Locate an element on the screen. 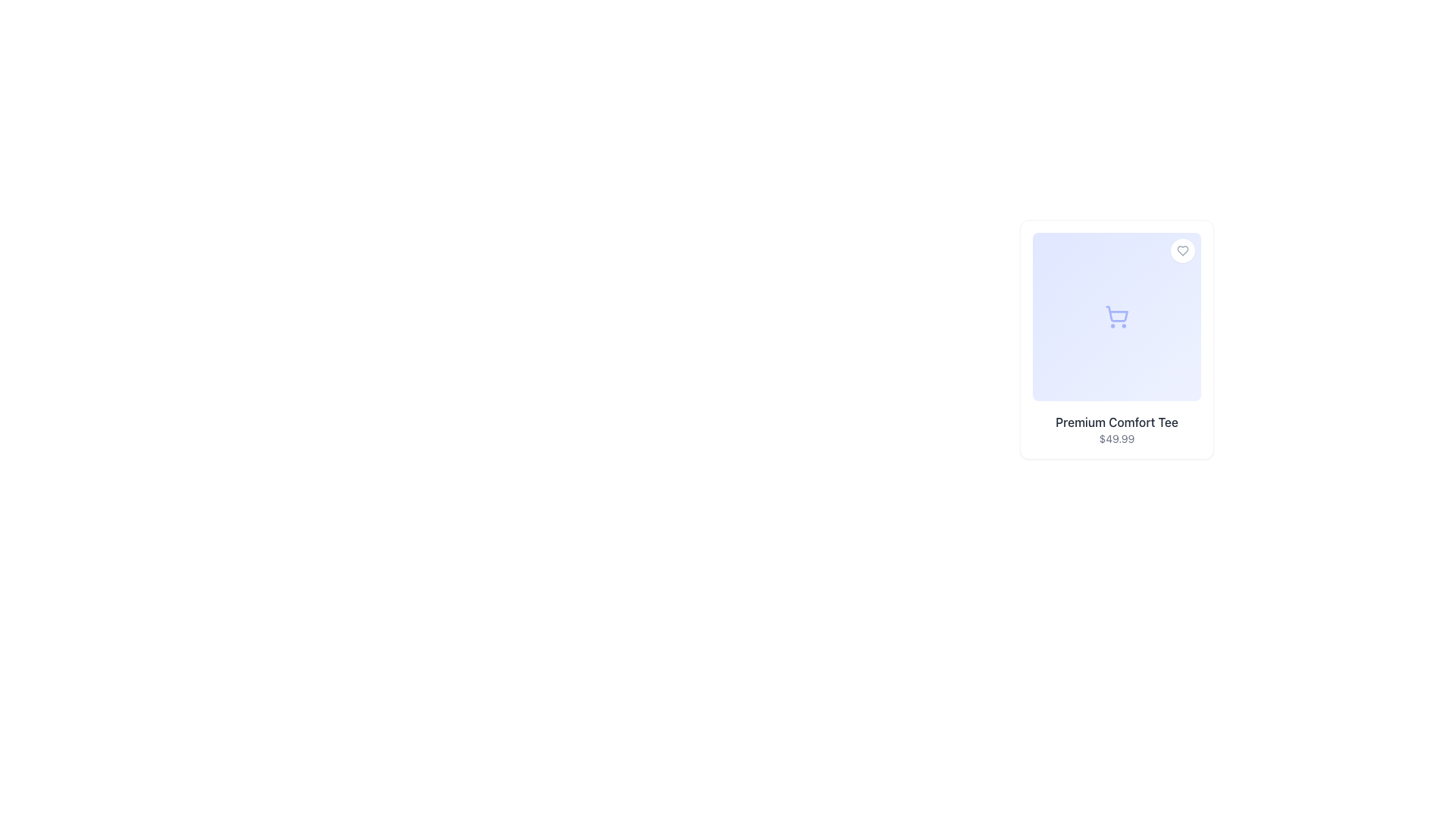 Image resolution: width=1456 pixels, height=819 pixels. the heart-shaped icon outlined in gray located in the top-right corner of the product card is located at coordinates (1182, 250).